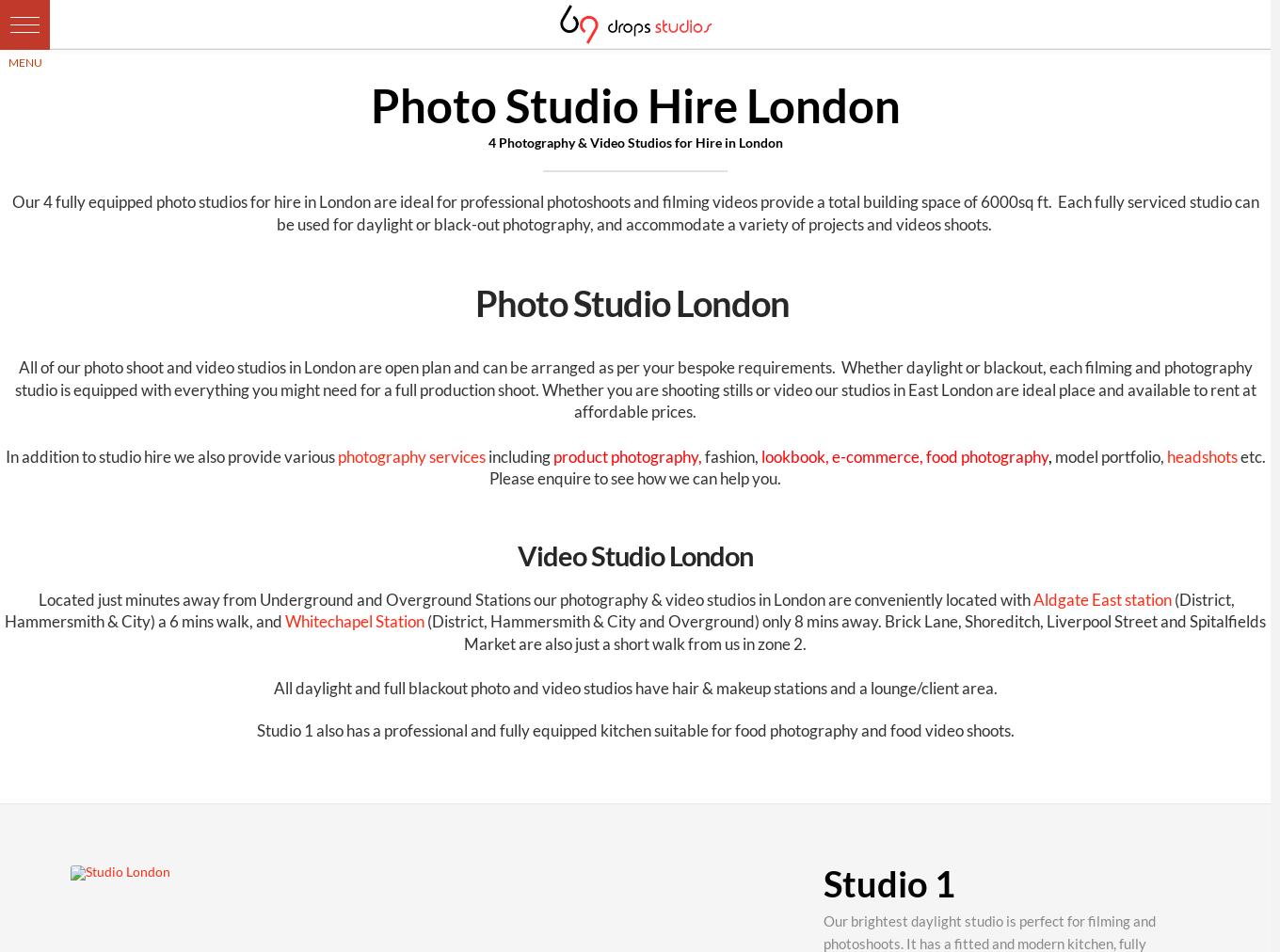  I want to click on 'Each fully serviced studio can be used for daylight or black-out photography, and accommodate a variety of projects and videos shoots.', so click(767, 212).